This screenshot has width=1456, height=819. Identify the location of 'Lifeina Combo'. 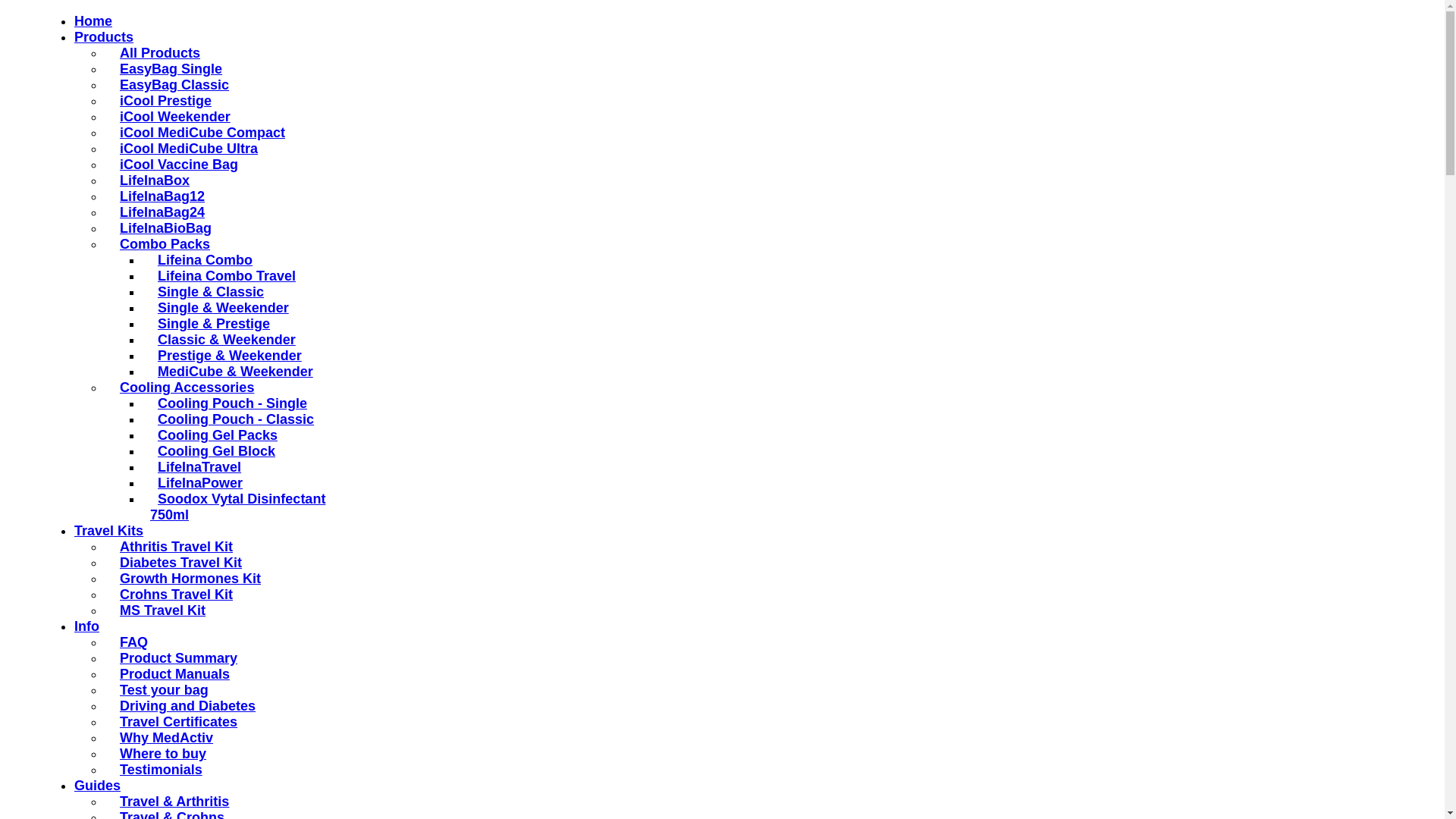
(200, 259).